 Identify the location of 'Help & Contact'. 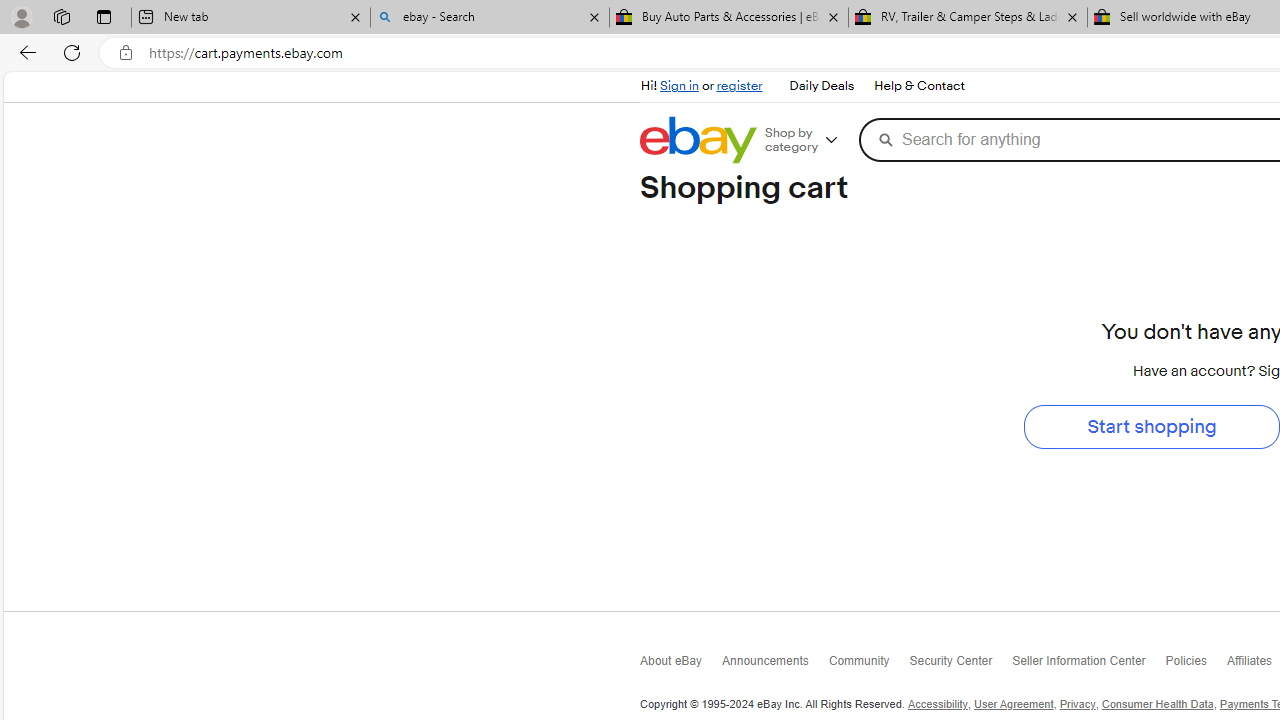
(917, 85).